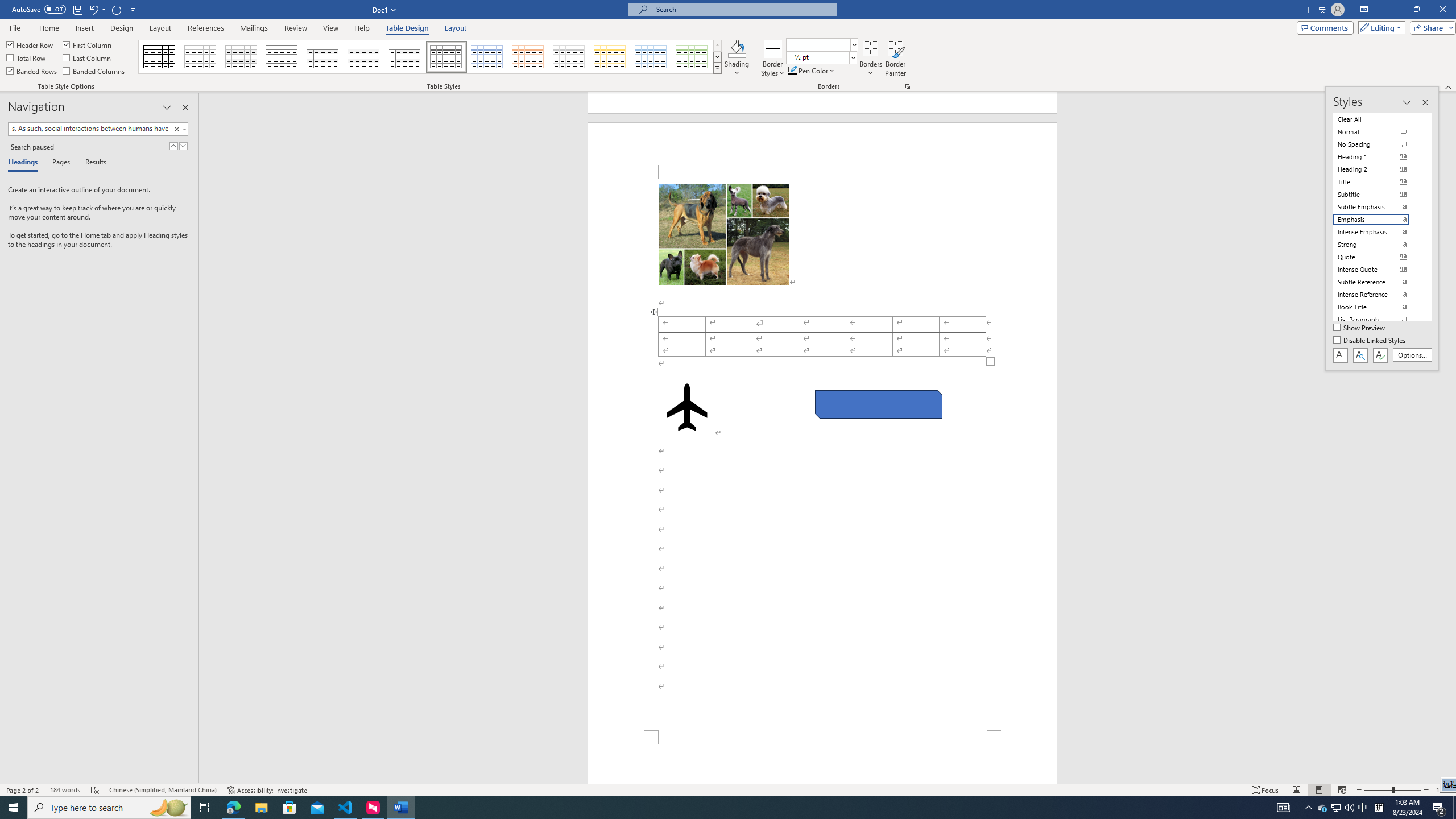  What do you see at coordinates (1378, 257) in the screenshot?
I see `'Quote'` at bounding box center [1378, 257].